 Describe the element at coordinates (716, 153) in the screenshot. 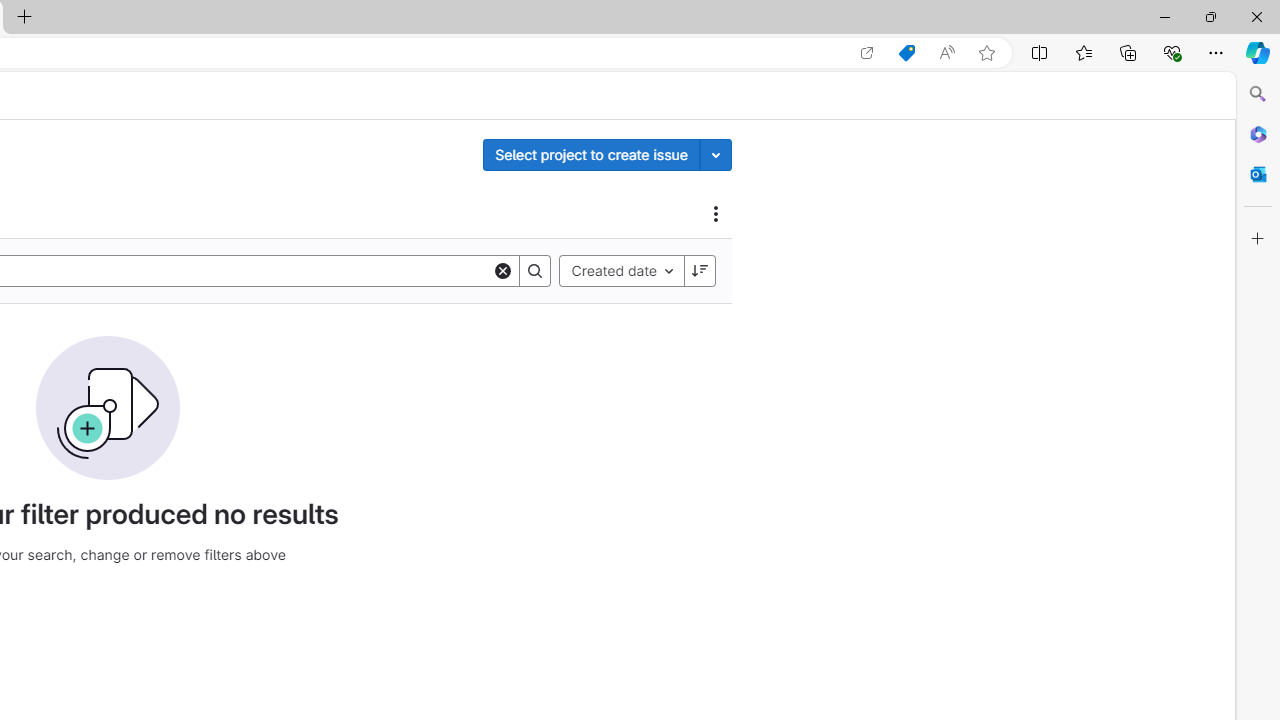

I see `'Toggle project select'` at that location.